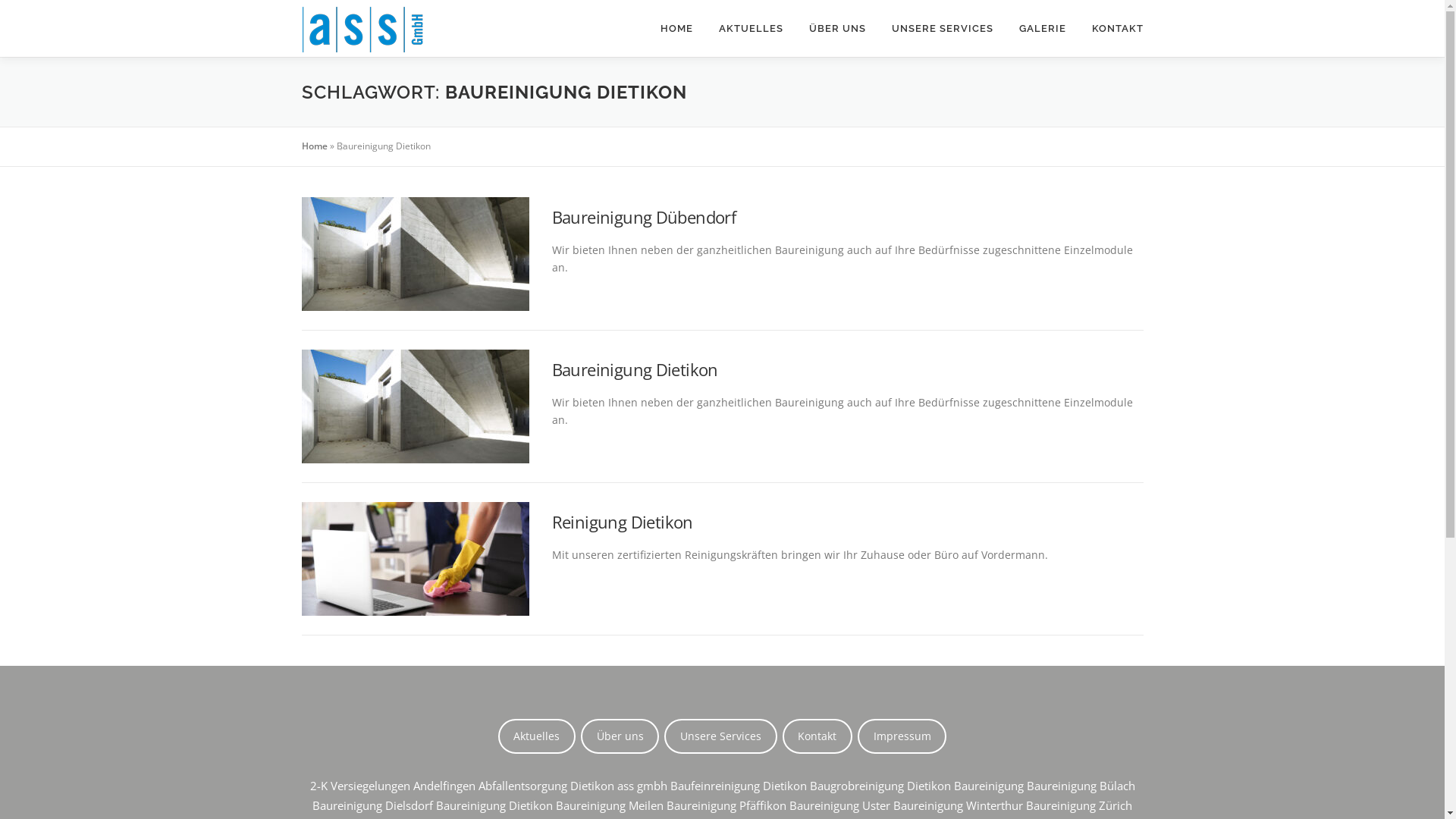 This screenshot has height=819, width=1456. I want to click on 'Aktuelles', so click(537, 736).